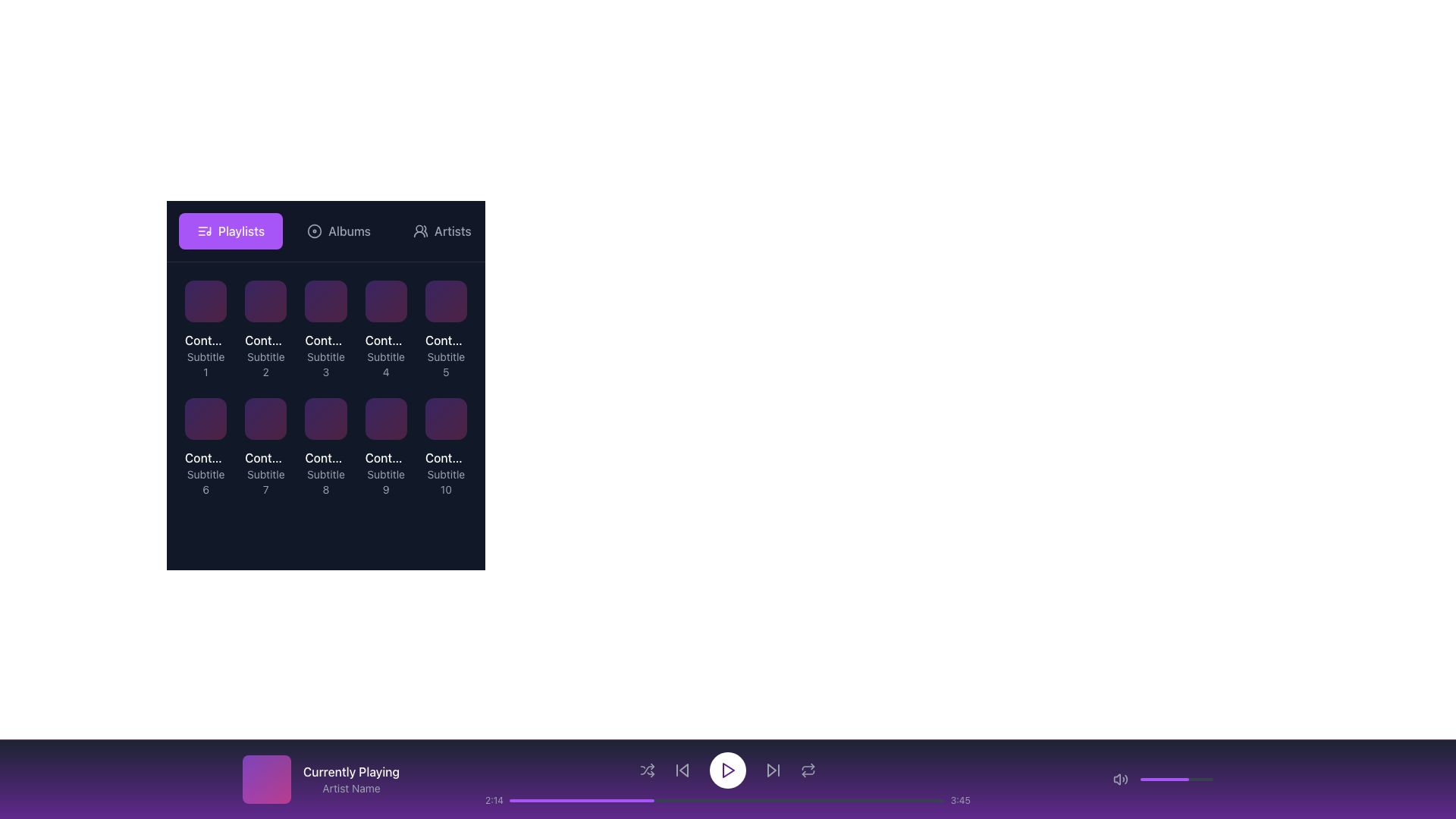 The height and width of the screenshot is (819, 1456). I want to click on progress, so click(613, 800).